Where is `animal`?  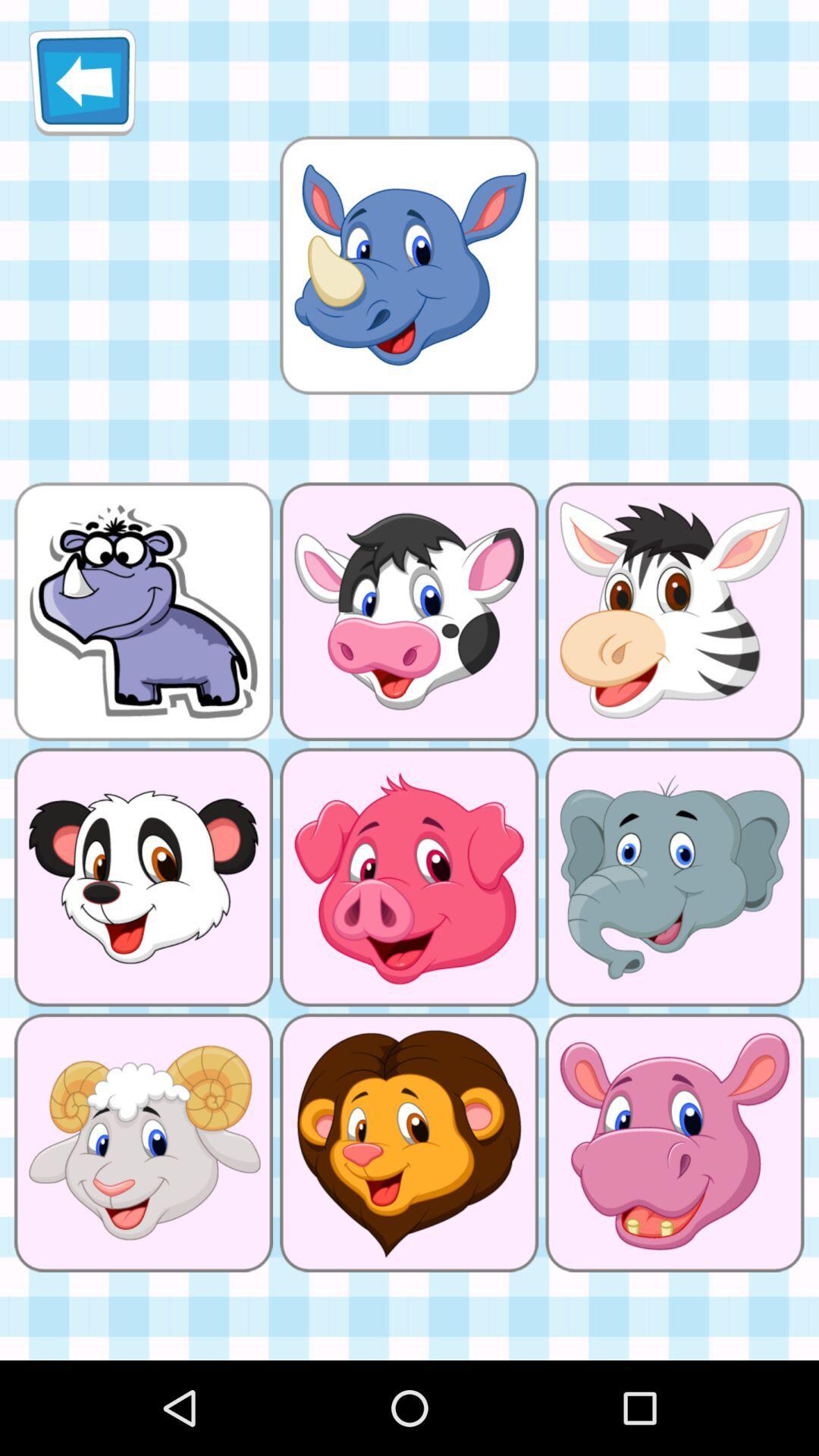
animal is located at coordinates (408, 265).